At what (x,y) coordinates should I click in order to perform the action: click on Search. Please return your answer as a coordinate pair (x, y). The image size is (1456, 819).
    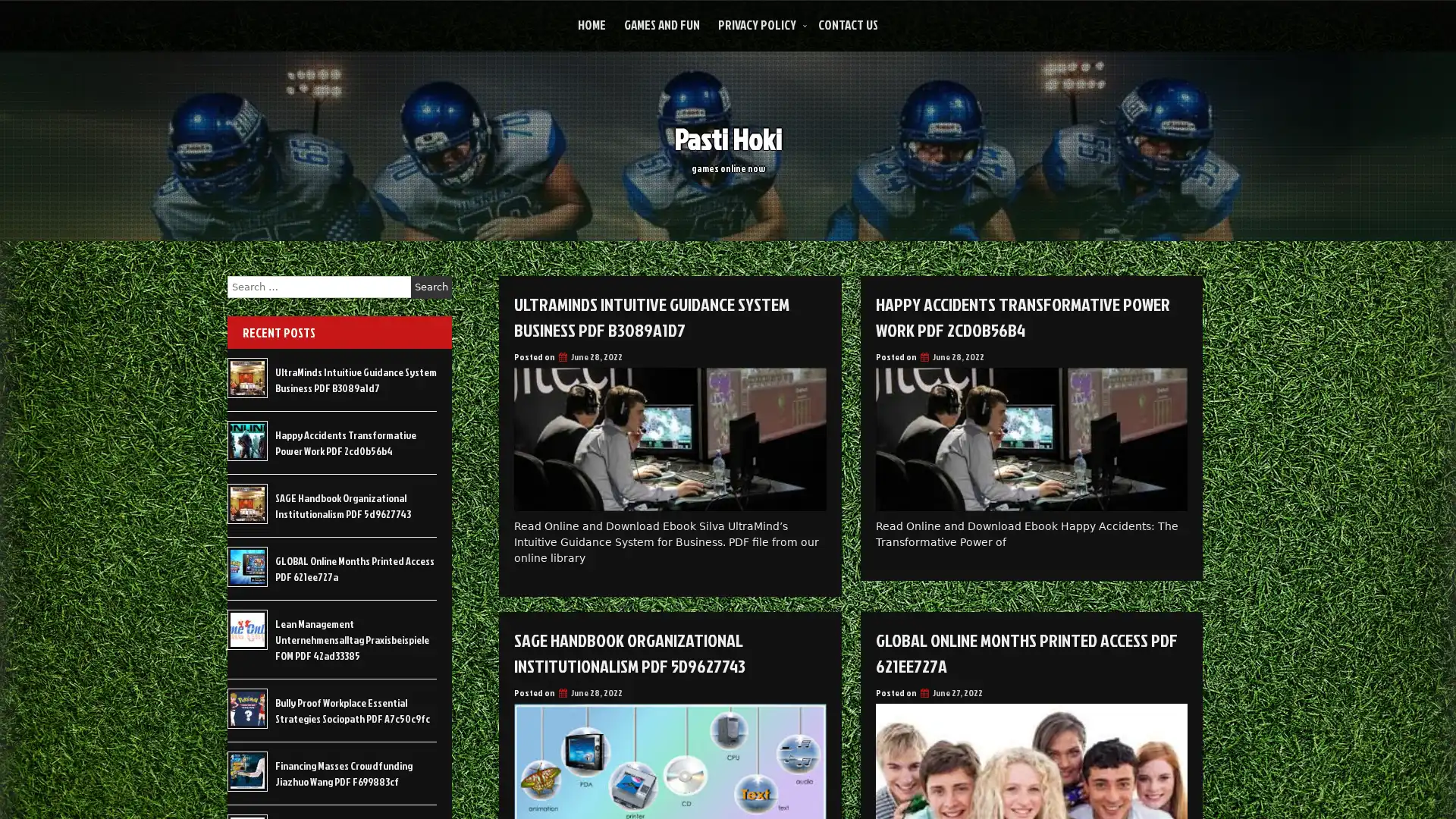
    Looking at the image, I should click on (431, 287).